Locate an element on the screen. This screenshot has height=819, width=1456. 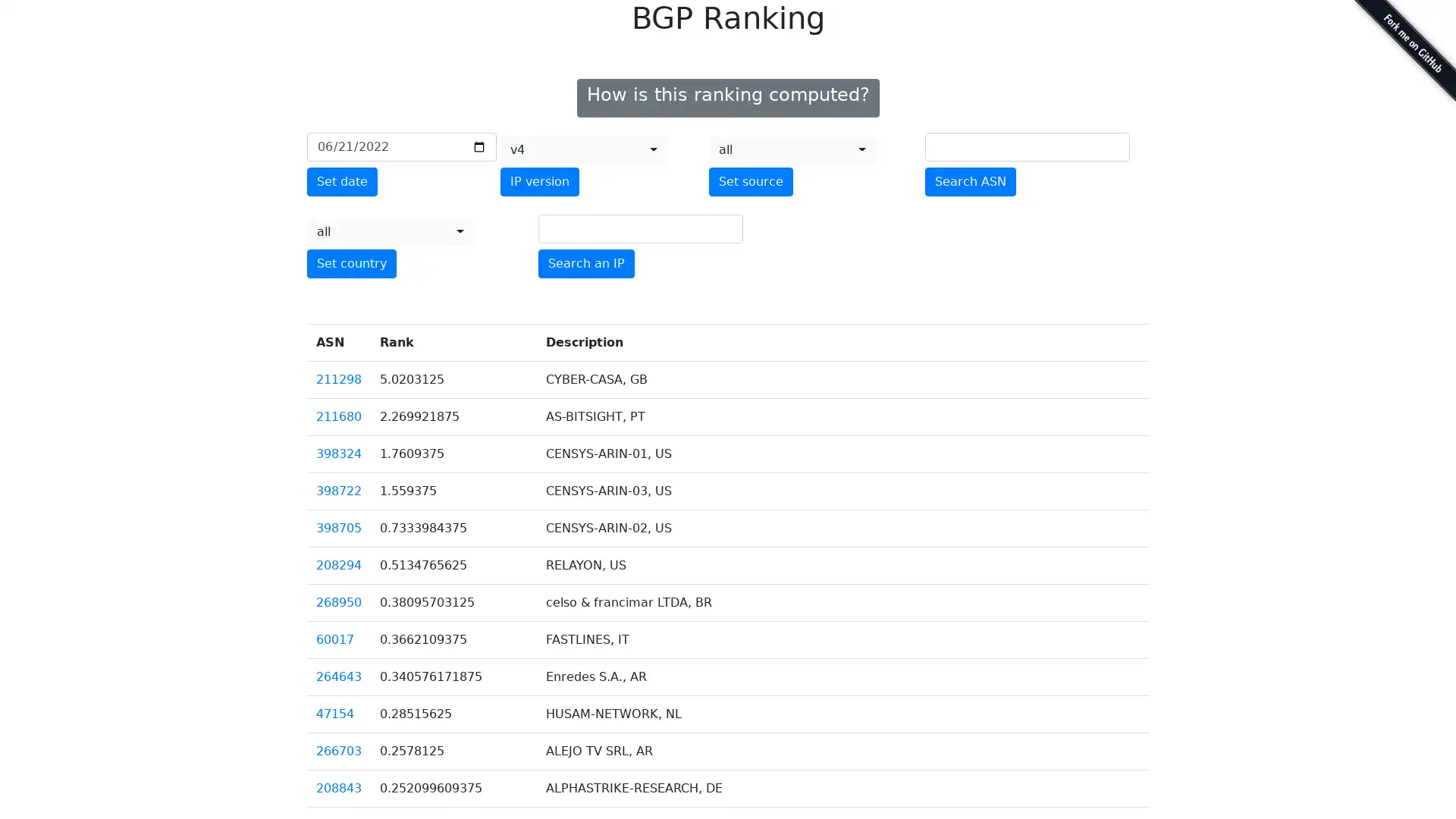
Set date is located at coordinates (341, 180).